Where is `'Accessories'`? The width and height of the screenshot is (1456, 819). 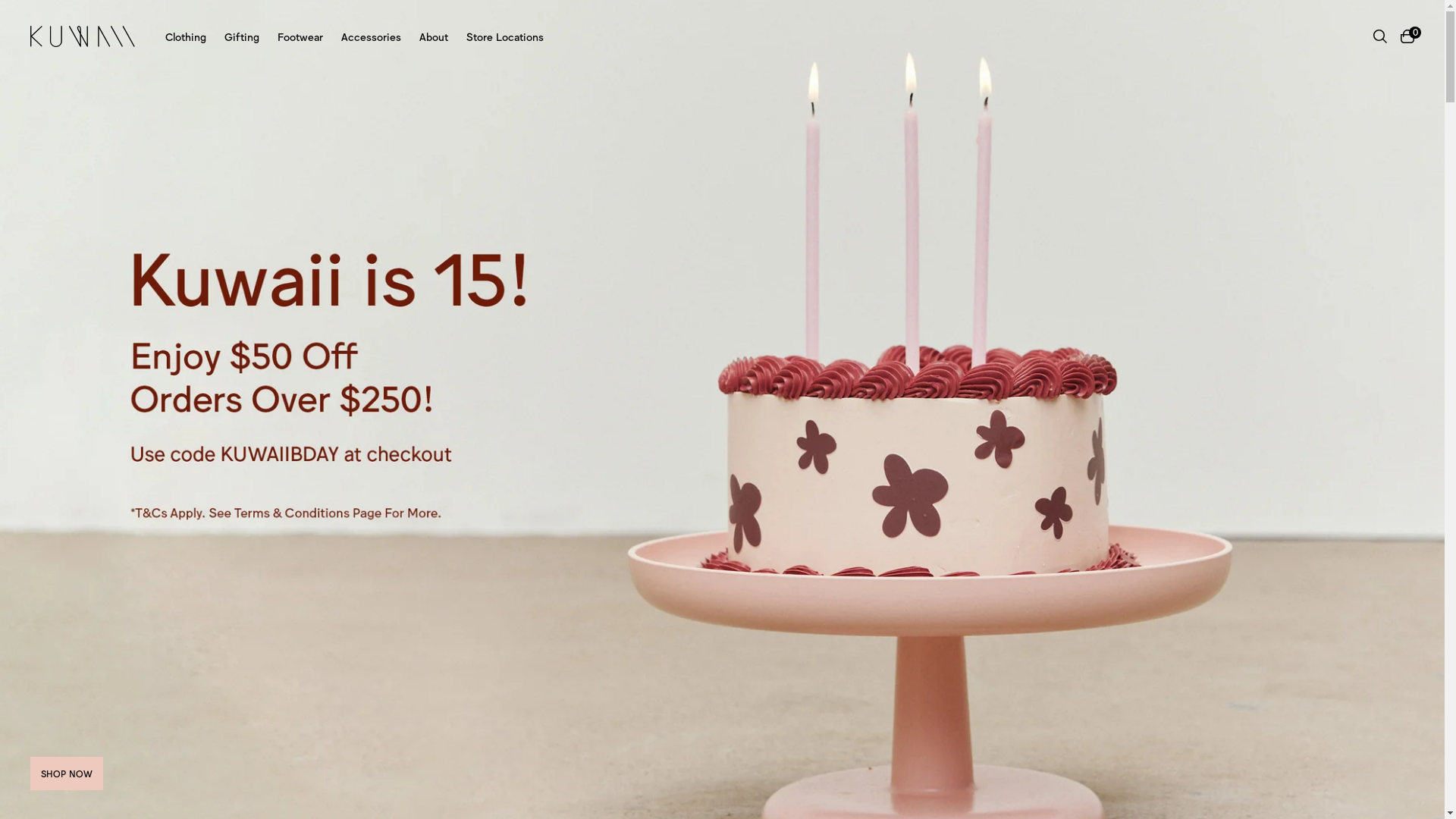
'Accessories' is located at coordinates (371, 35).